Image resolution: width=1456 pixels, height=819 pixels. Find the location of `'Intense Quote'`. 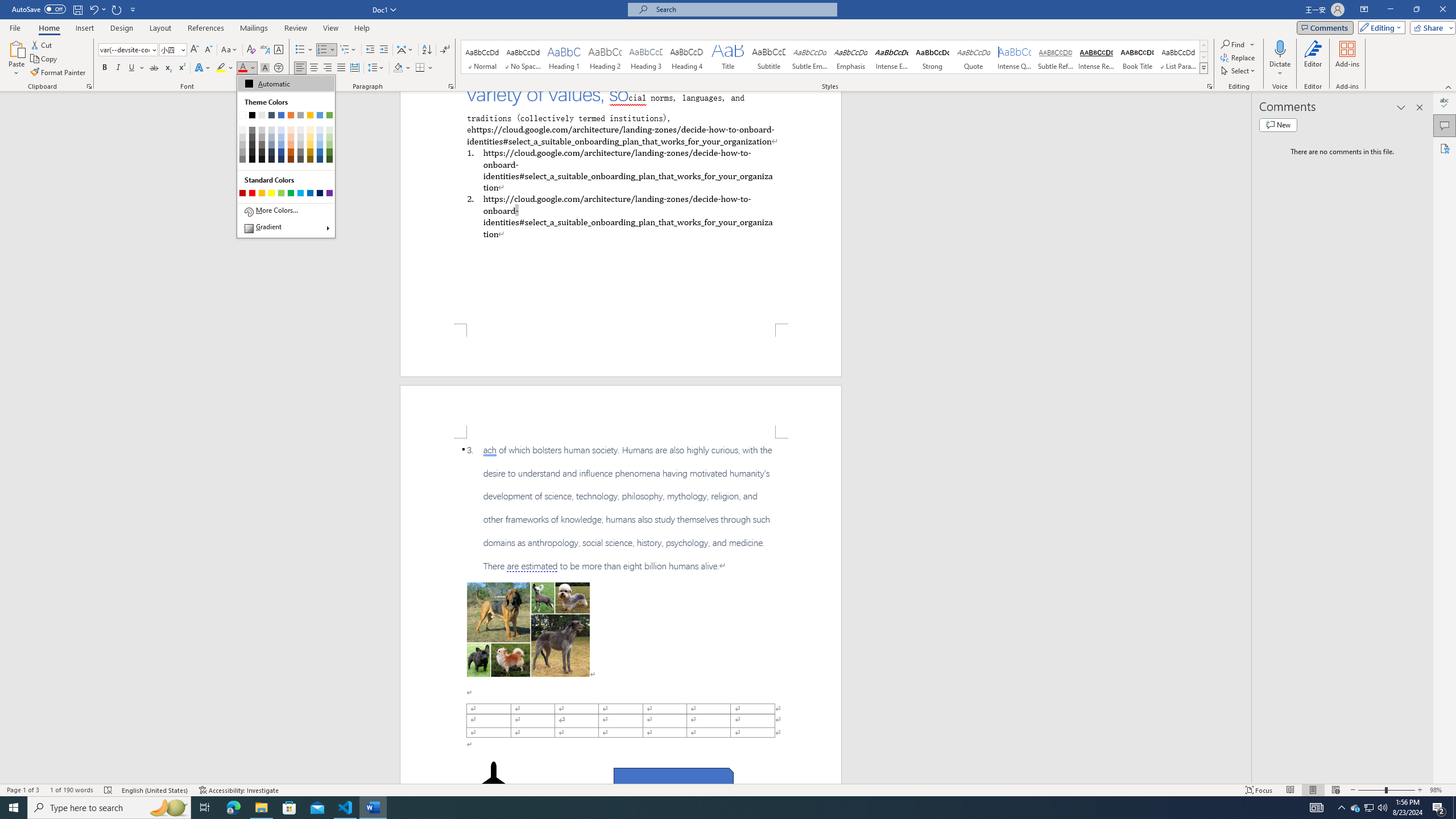

'Intense Quote' is located at coordinates (1015, 56).